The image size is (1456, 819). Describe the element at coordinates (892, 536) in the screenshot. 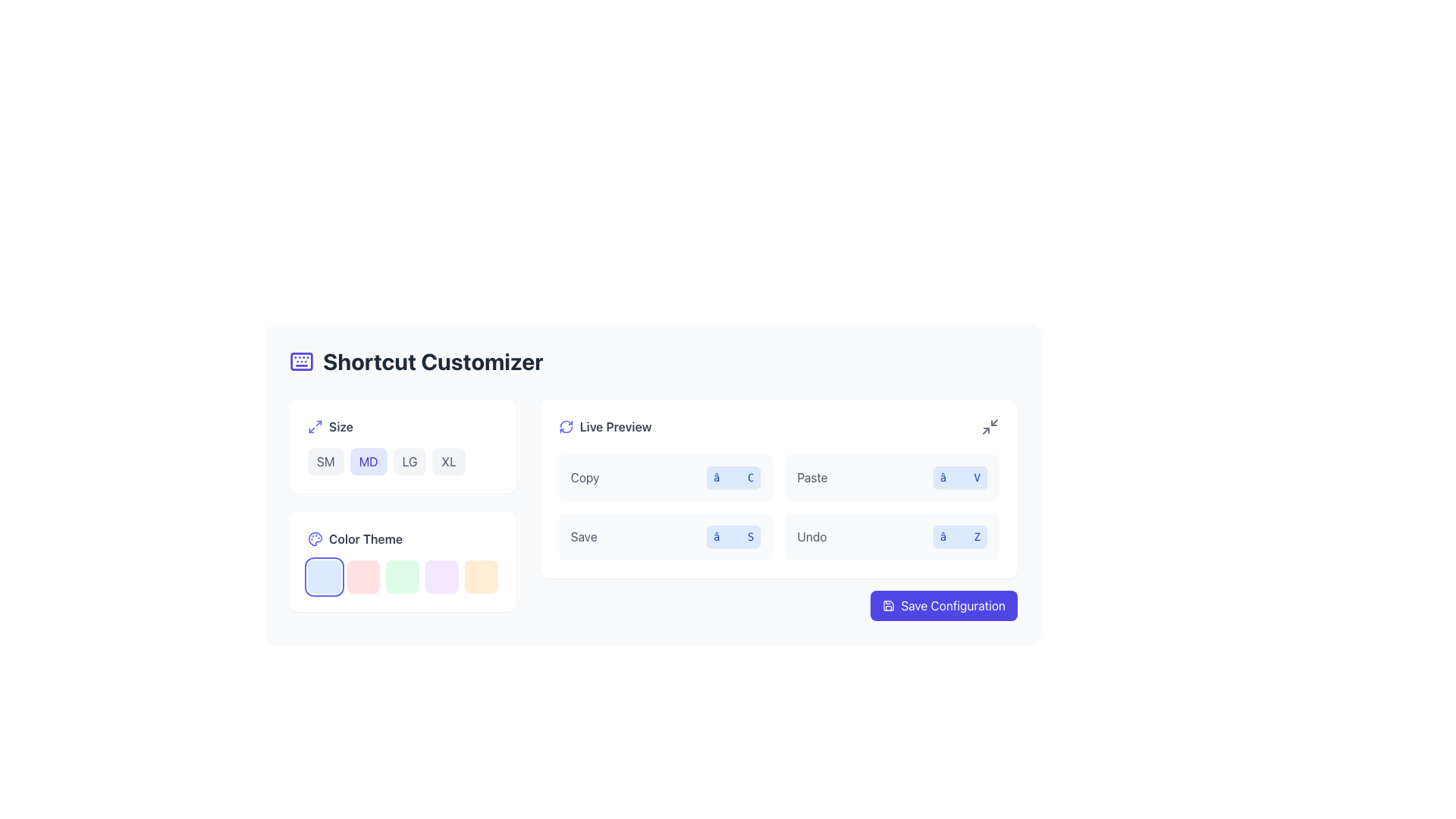

I see `the button representing the 'Undo' operation, located in the bottom-right grid of the 'Live Preview' section, specifically the fourth element below 'Paste ⌘ V'` at that location.